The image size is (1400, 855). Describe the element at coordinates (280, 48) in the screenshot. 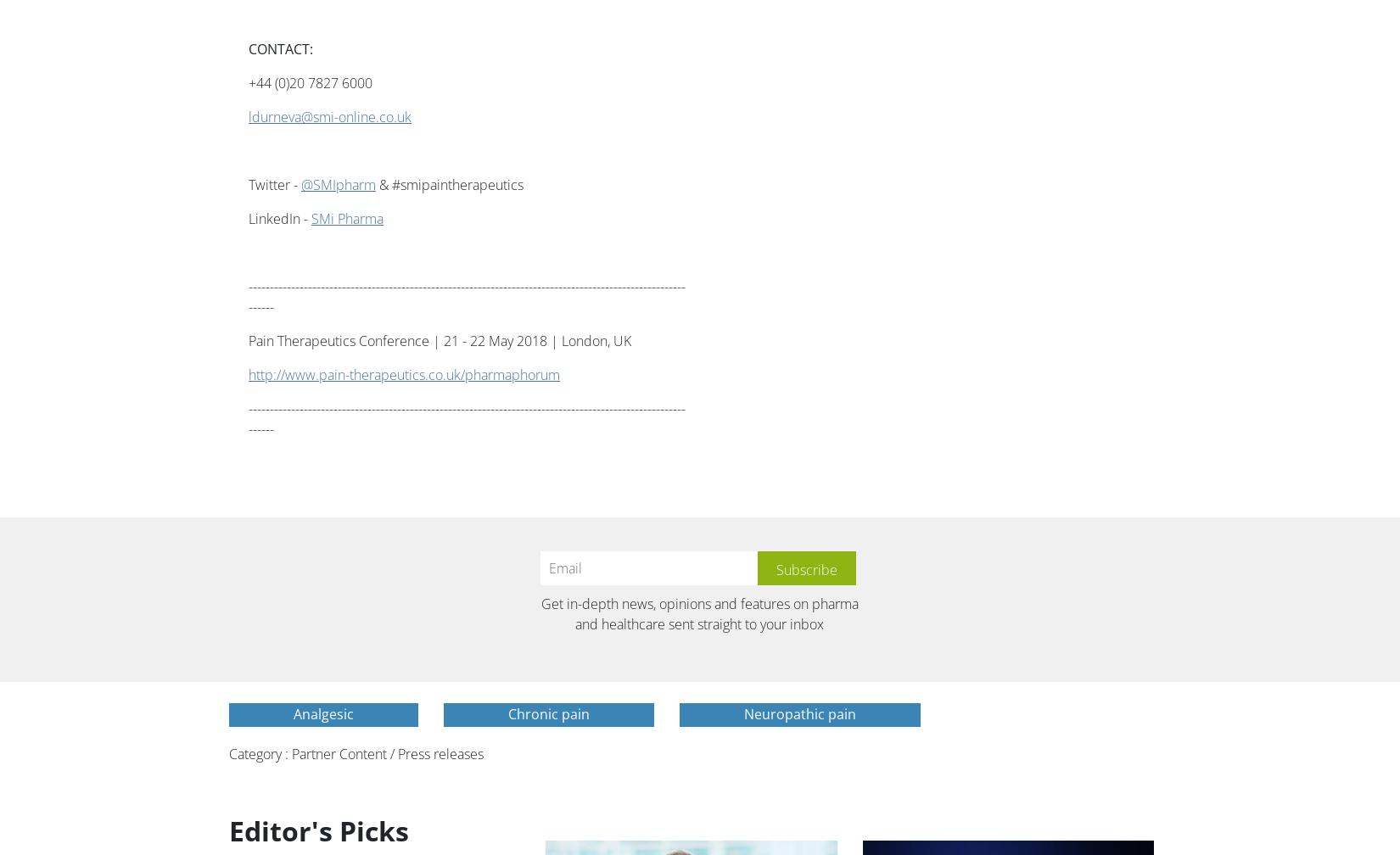

I see `'CONTACT:'` at that location.